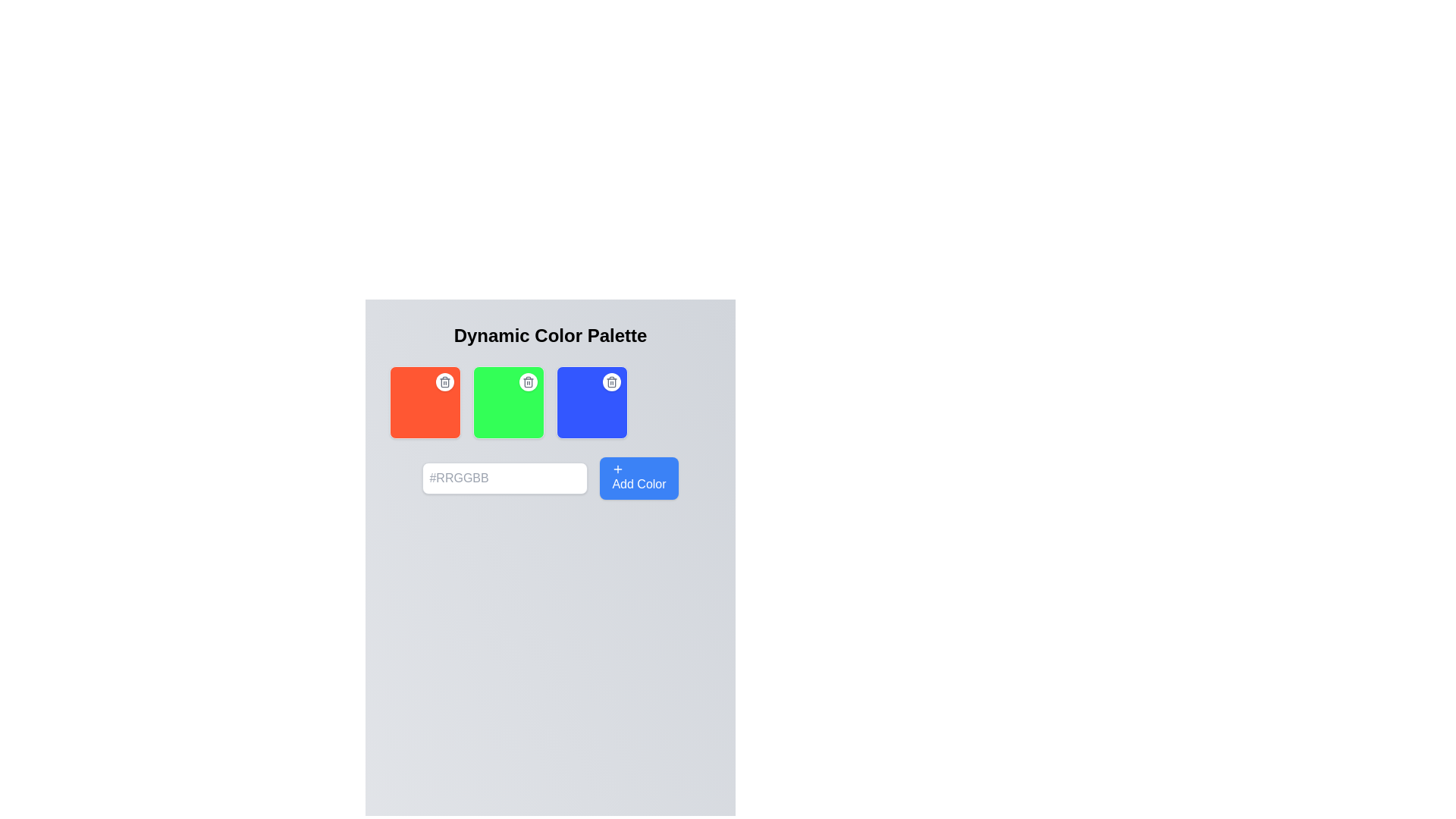 This screenshot has height=819, width=1456. I want to click on the delete button located in the top-right corner of the red rectangular section, so click(444, 381).